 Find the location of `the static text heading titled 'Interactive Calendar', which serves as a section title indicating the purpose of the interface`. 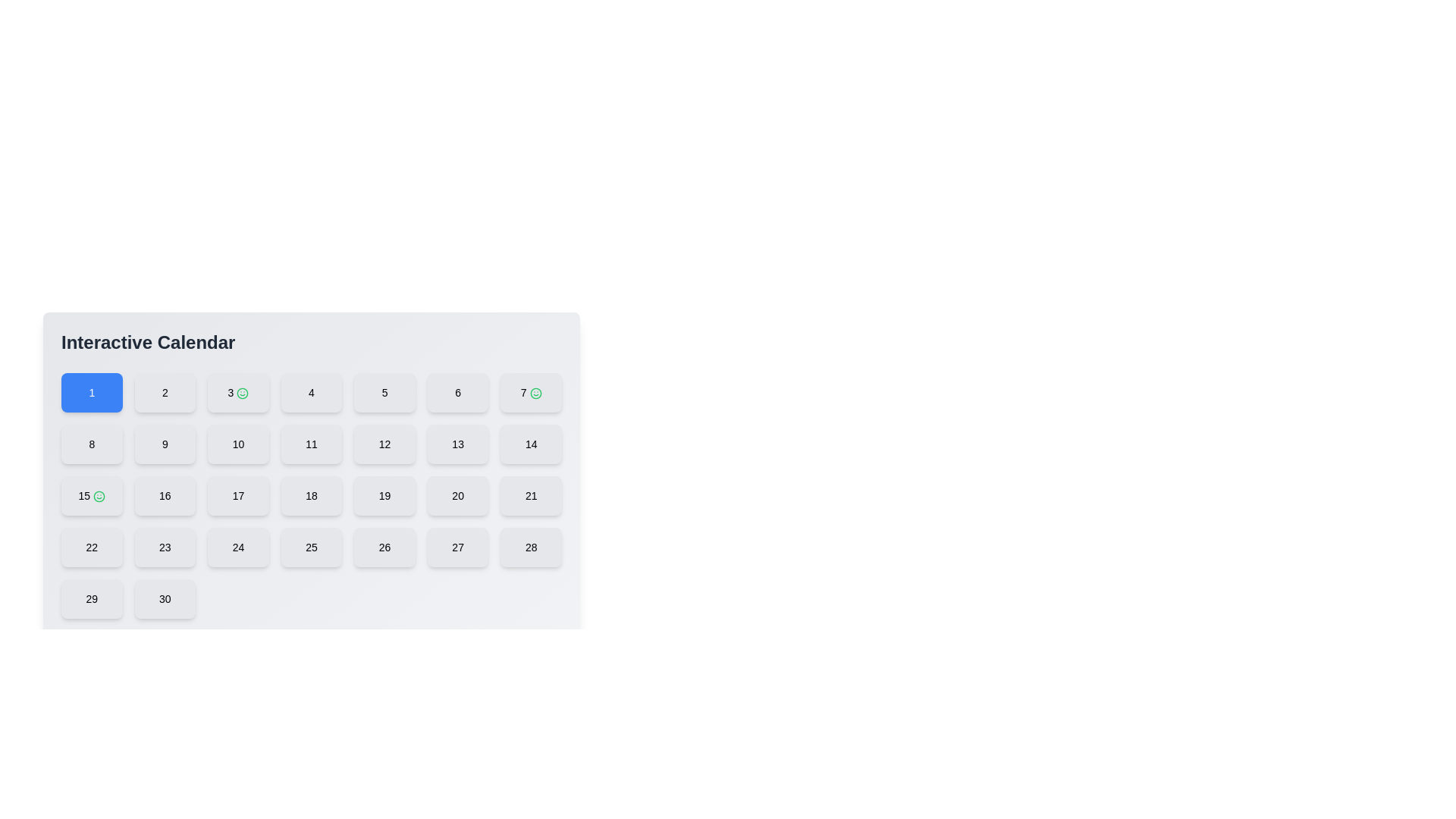

the static text heading titled 'Interactive Calendar', which serves as a section title indicating the purpose of the interface is located at coordinates (148, 342).